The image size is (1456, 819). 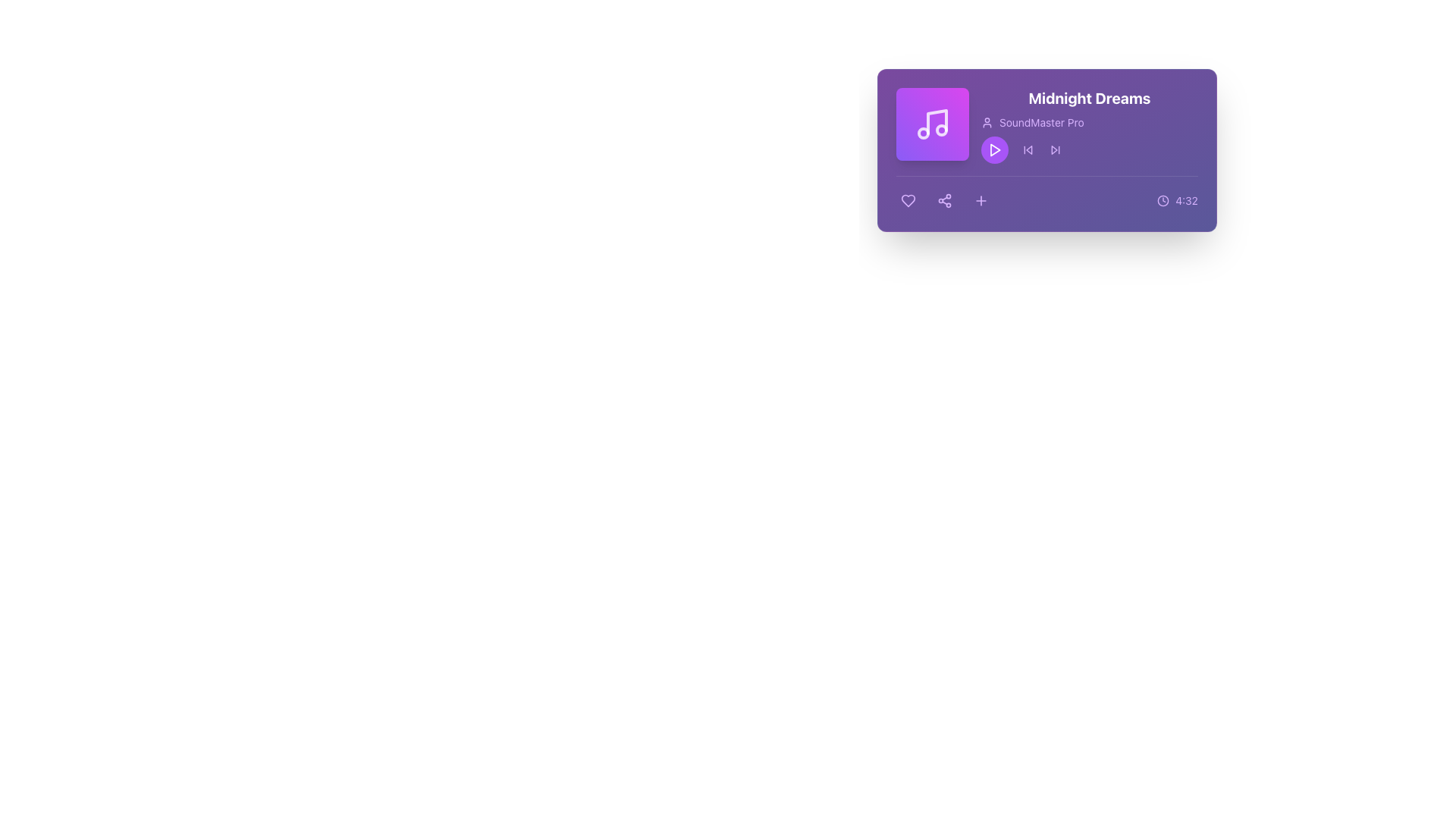 I want to click on the SVG circle element that represents the clock face design, located towards the bottom-right of the playback widget, near the timestamp text '4:32', so click(x=1163, y=200).